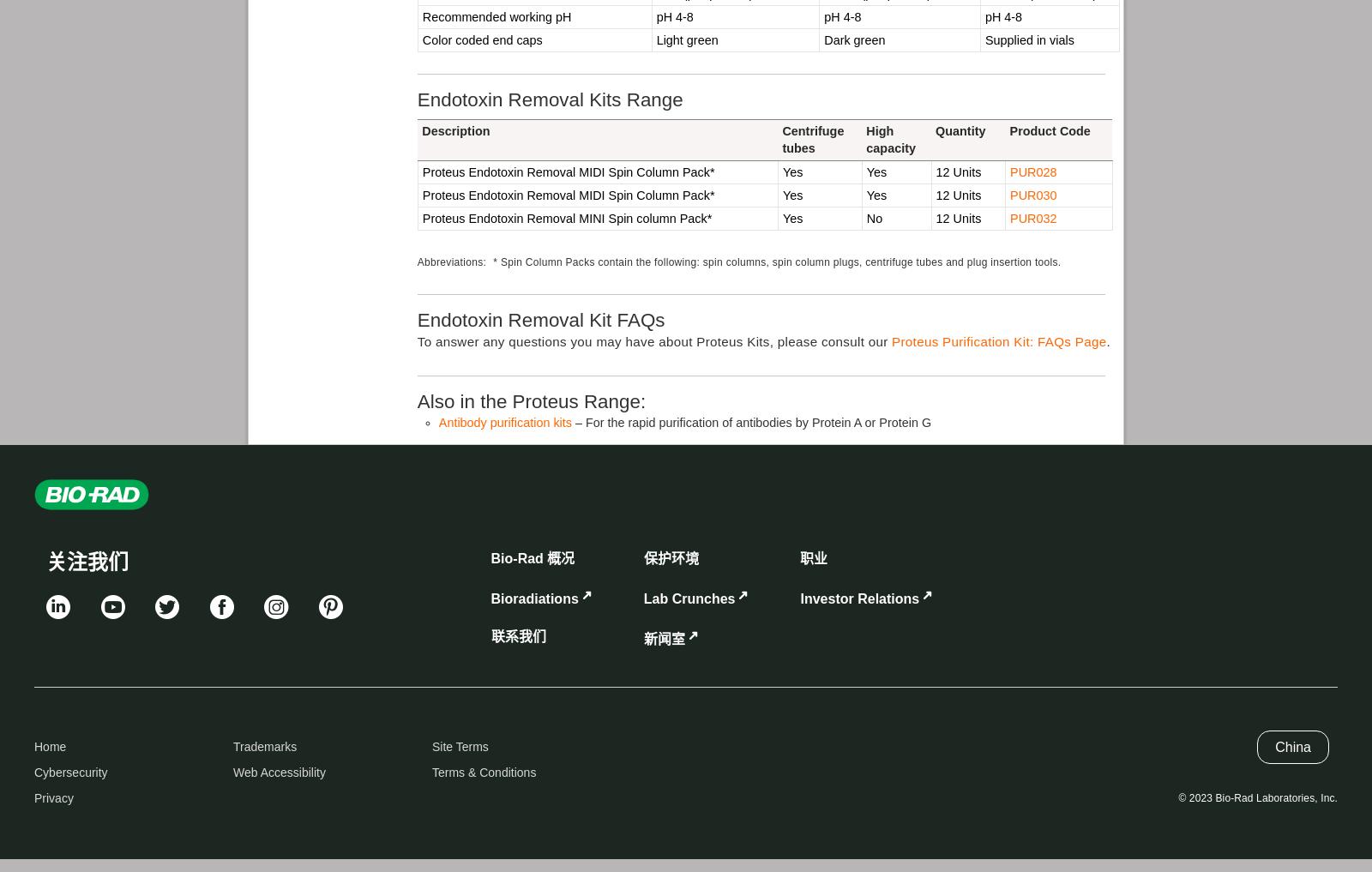 The width and height of the screenshot is (1372, 872). Describe the element at coordinates (454, 129) in the screenshot. I see `'Description'` at that location.